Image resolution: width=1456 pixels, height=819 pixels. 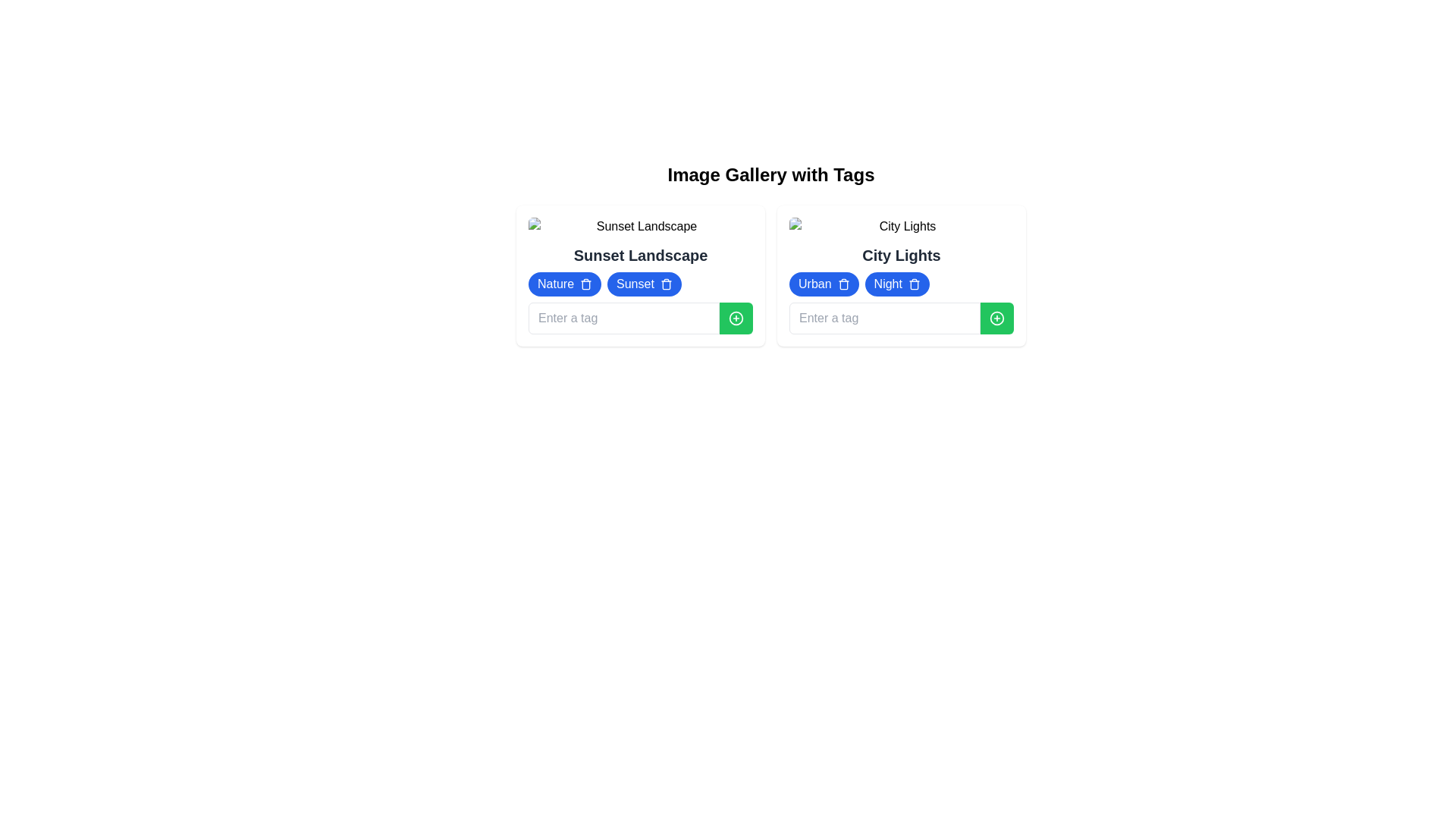 I want to click on the trash bin icon button located to the right of the blue 'Urban' tag in the 'City Lights' card, so click(x=843, y=284).